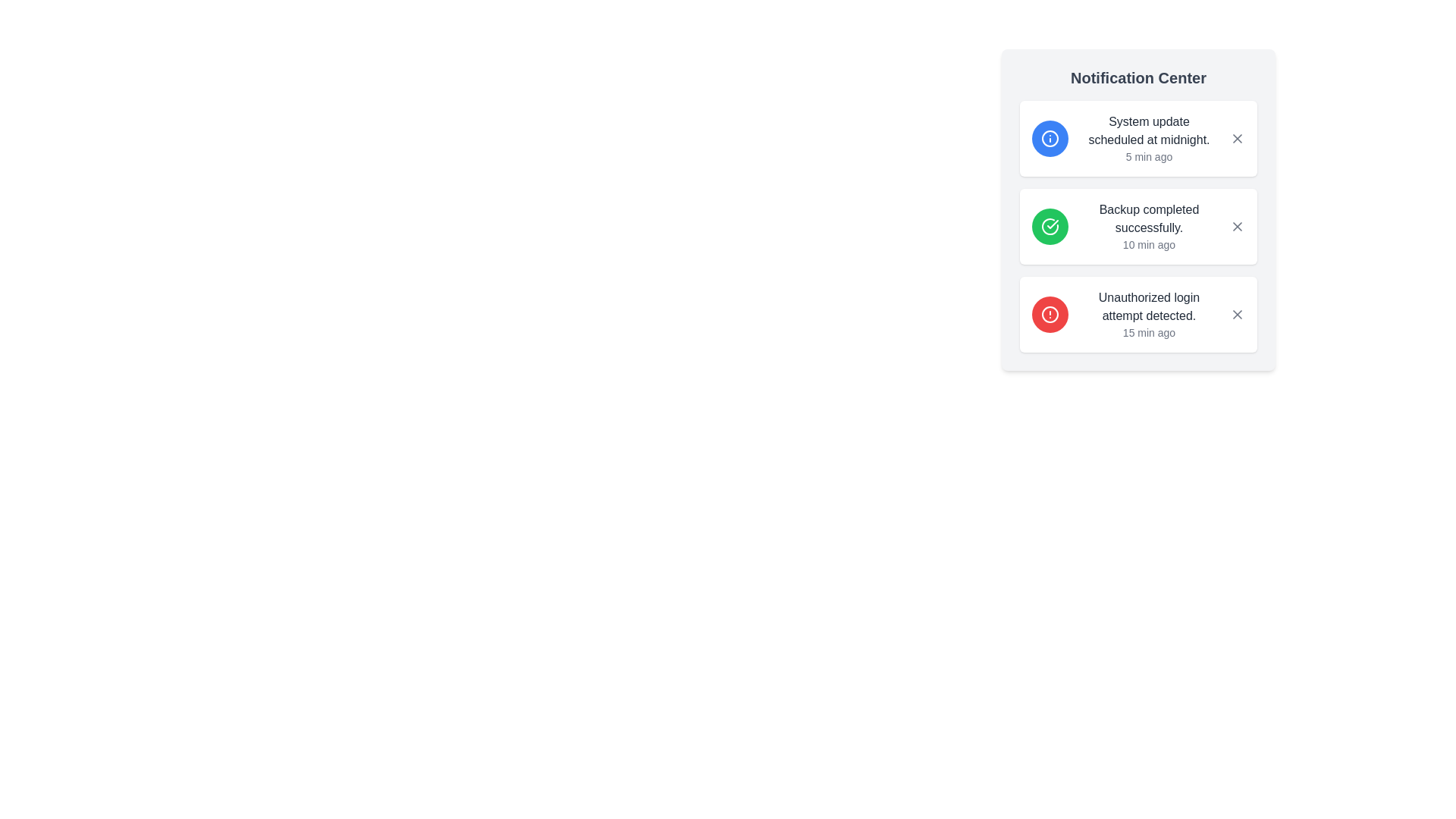 This screenshot has height=819, width=1456. I want to click on information displayed in the text element that shows 'Backup completed successfully.' and '10 min ago' in the Notification Center, so click(1149, 227).